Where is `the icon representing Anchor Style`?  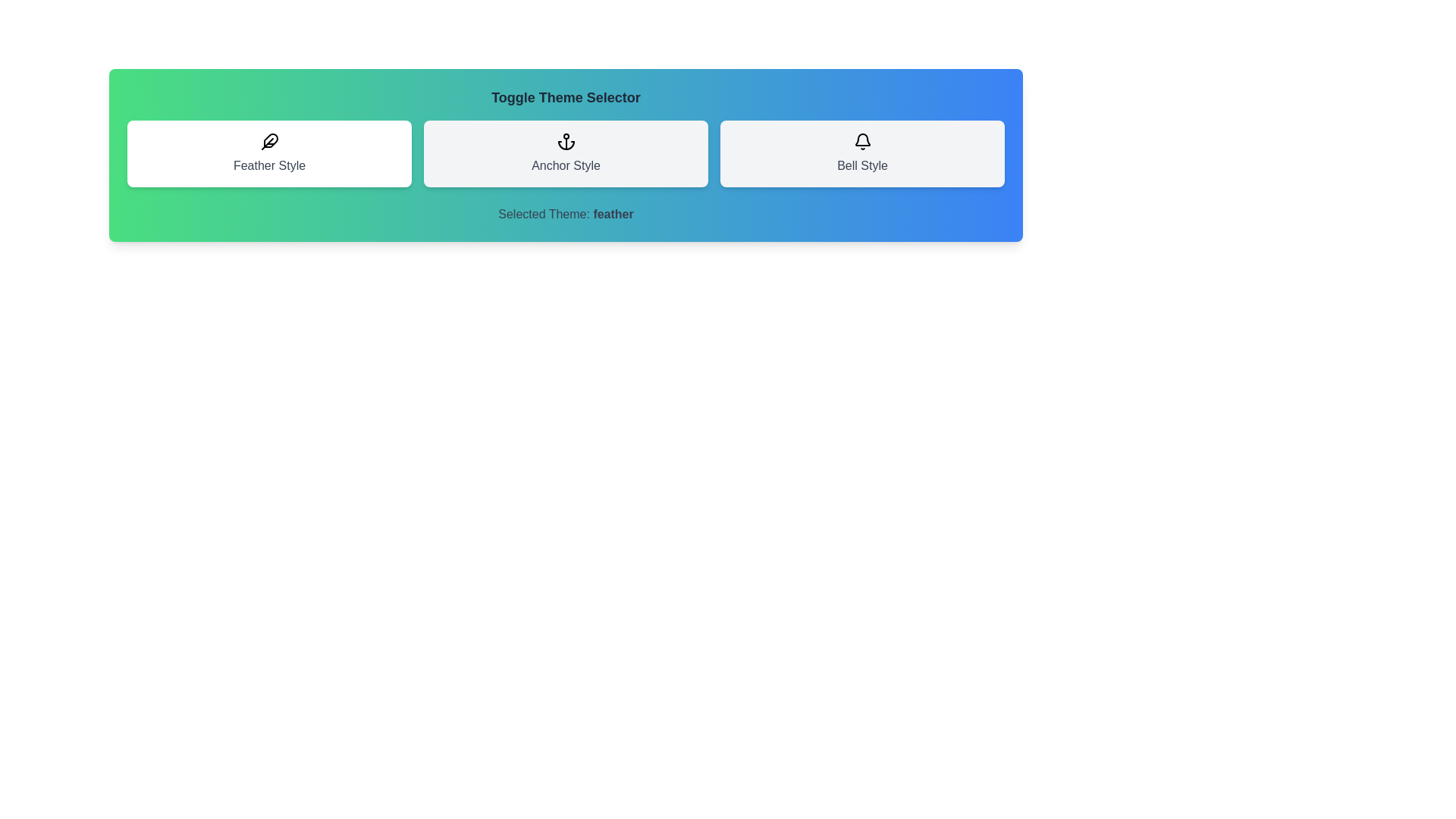
the icon representing Anchor Style is located at coordinates (565, 154).